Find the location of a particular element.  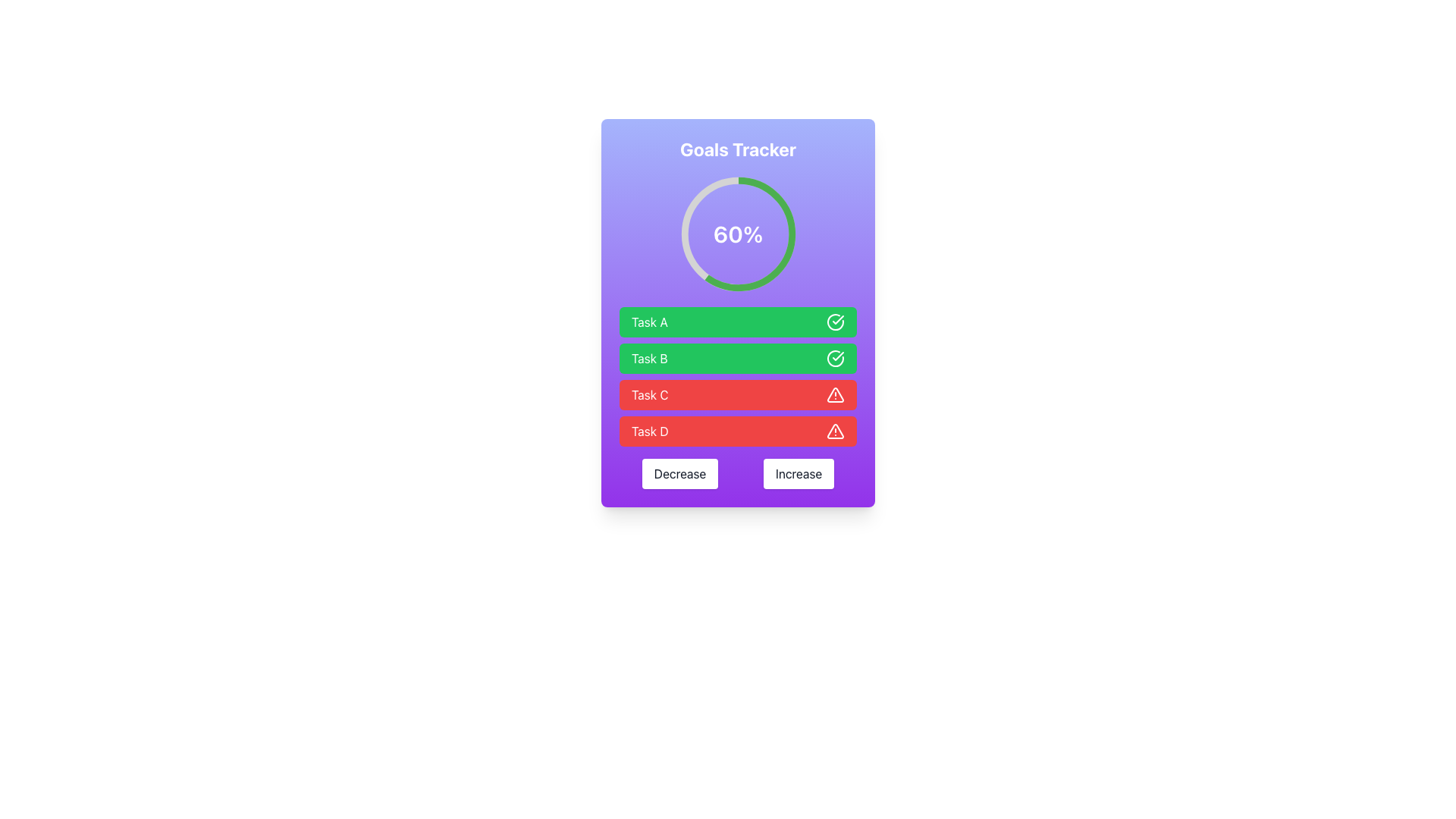

the warning alert icon associated with 'Task D' is located at coordinates (835, 431).